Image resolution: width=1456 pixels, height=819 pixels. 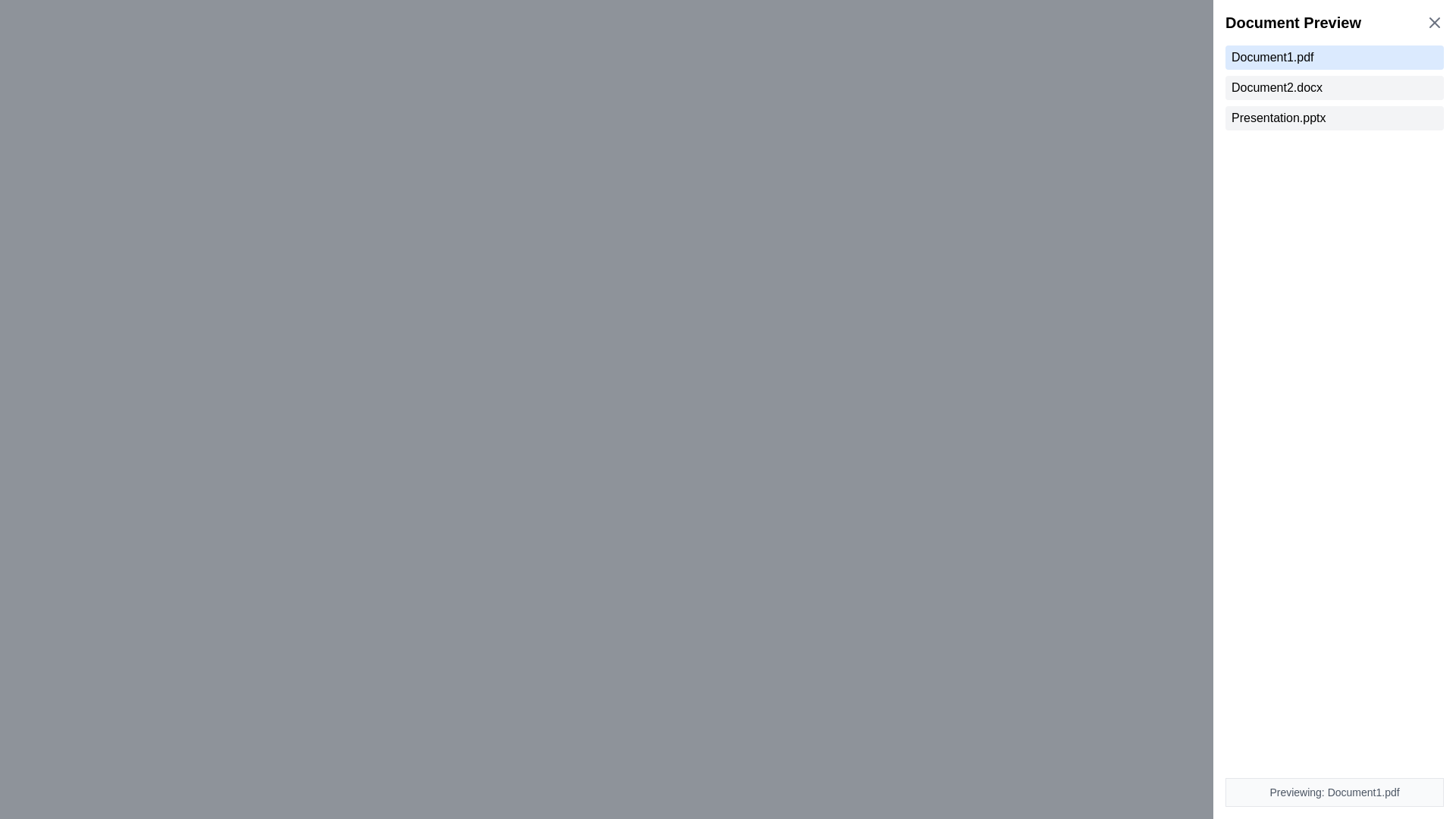 What do you see at coordinates (1433, 23) in the screenshot?
I see `the close icon represented by a thin 'X' shape located at the top right corner of the interface, above the 'Document Preview' heading` at bounding box center [1433, 23].